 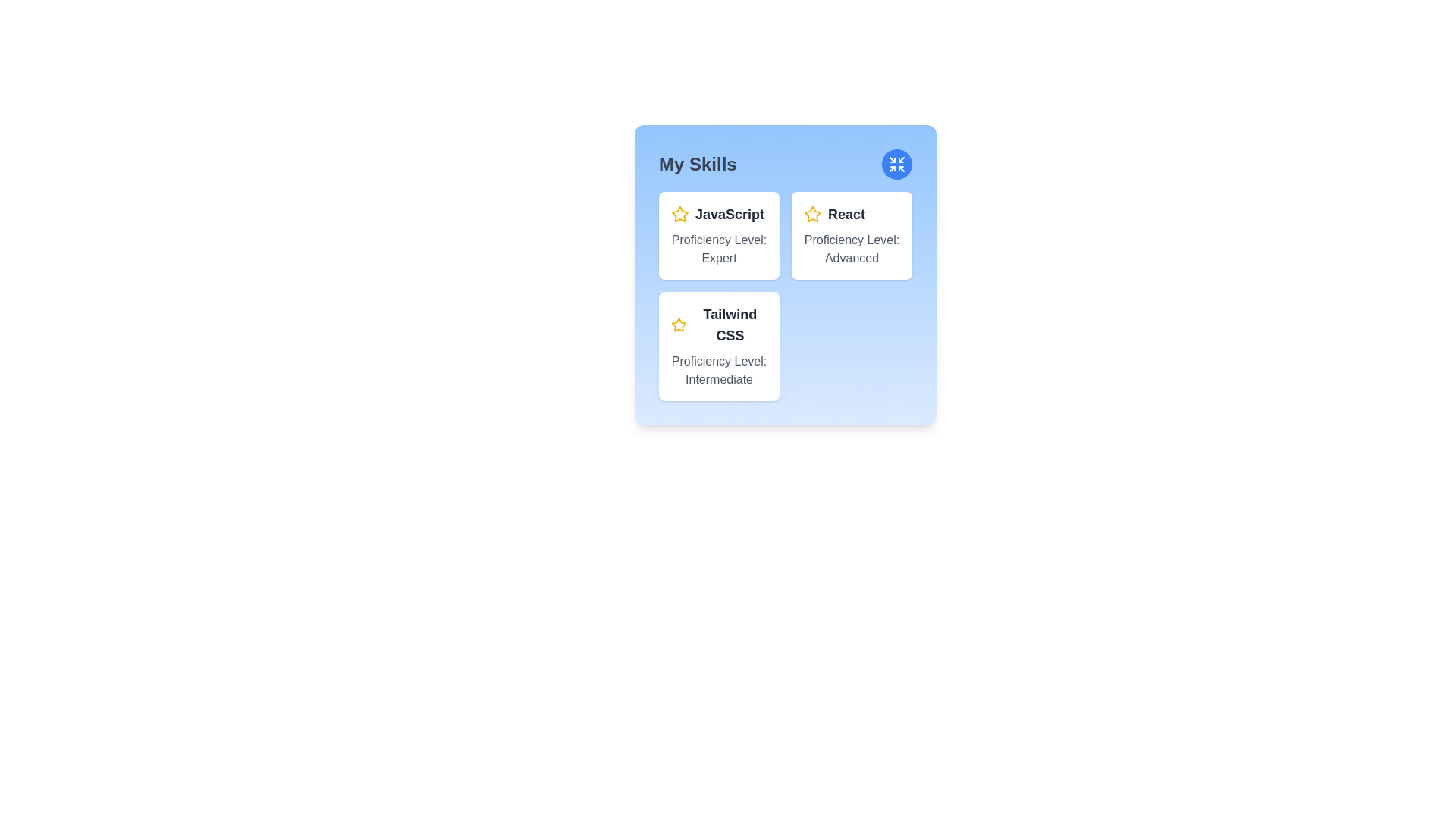 What do you see at coordinates (718, 248) in the screenshot?
I see `italicized gray text label that states 'Proficiency Level: Expert.' This label is positioned below the bold text 'JavaScript' and a star icon, indicating the skill's level` at bounding box center [718, 248].